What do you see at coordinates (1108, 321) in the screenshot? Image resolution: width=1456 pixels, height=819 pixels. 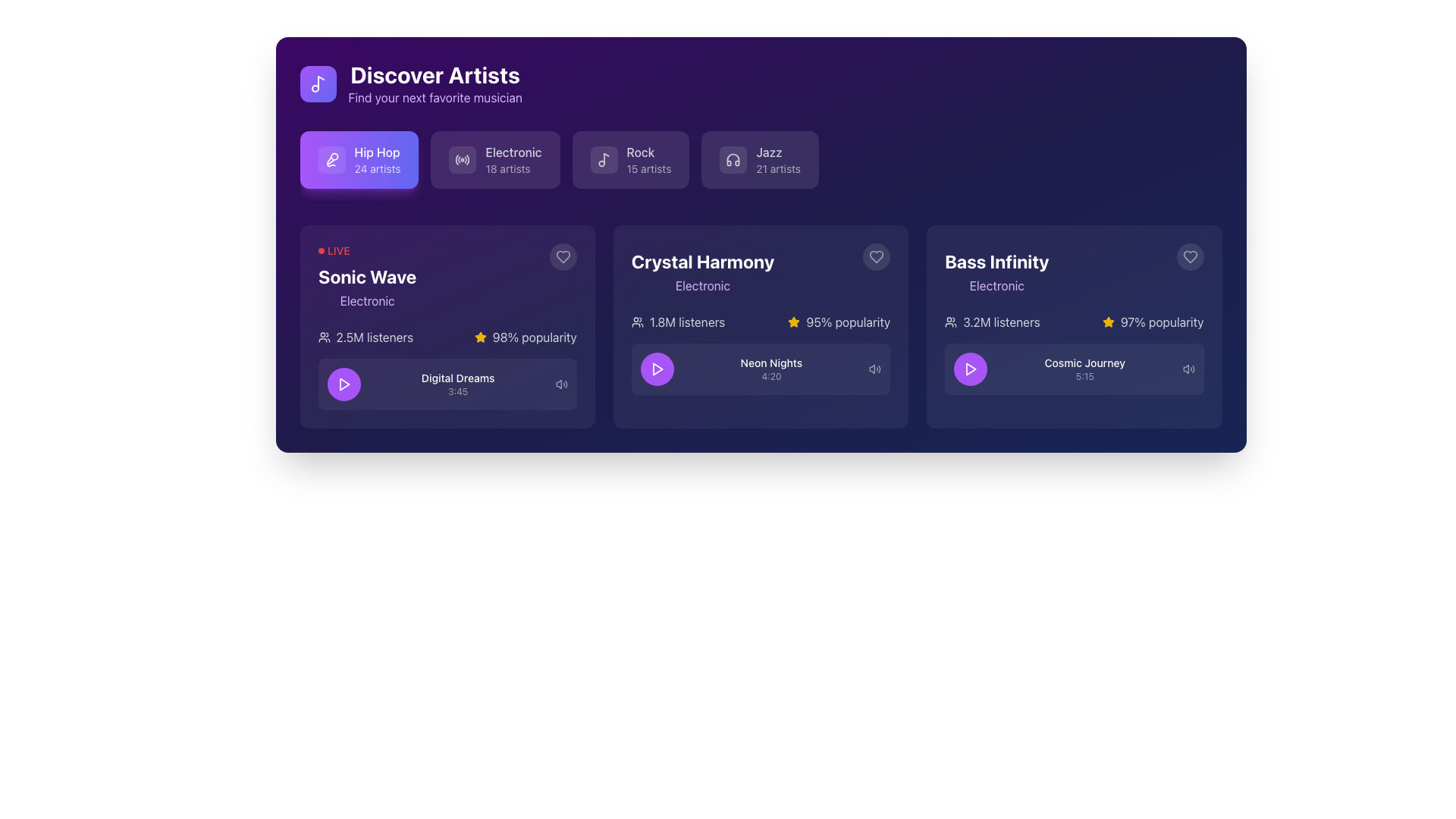 I see `the star icon indicating the popularity score of 'Bass Infinity', which is located to the left of the text '97% popularity'` at bounding box center [1108, 321].